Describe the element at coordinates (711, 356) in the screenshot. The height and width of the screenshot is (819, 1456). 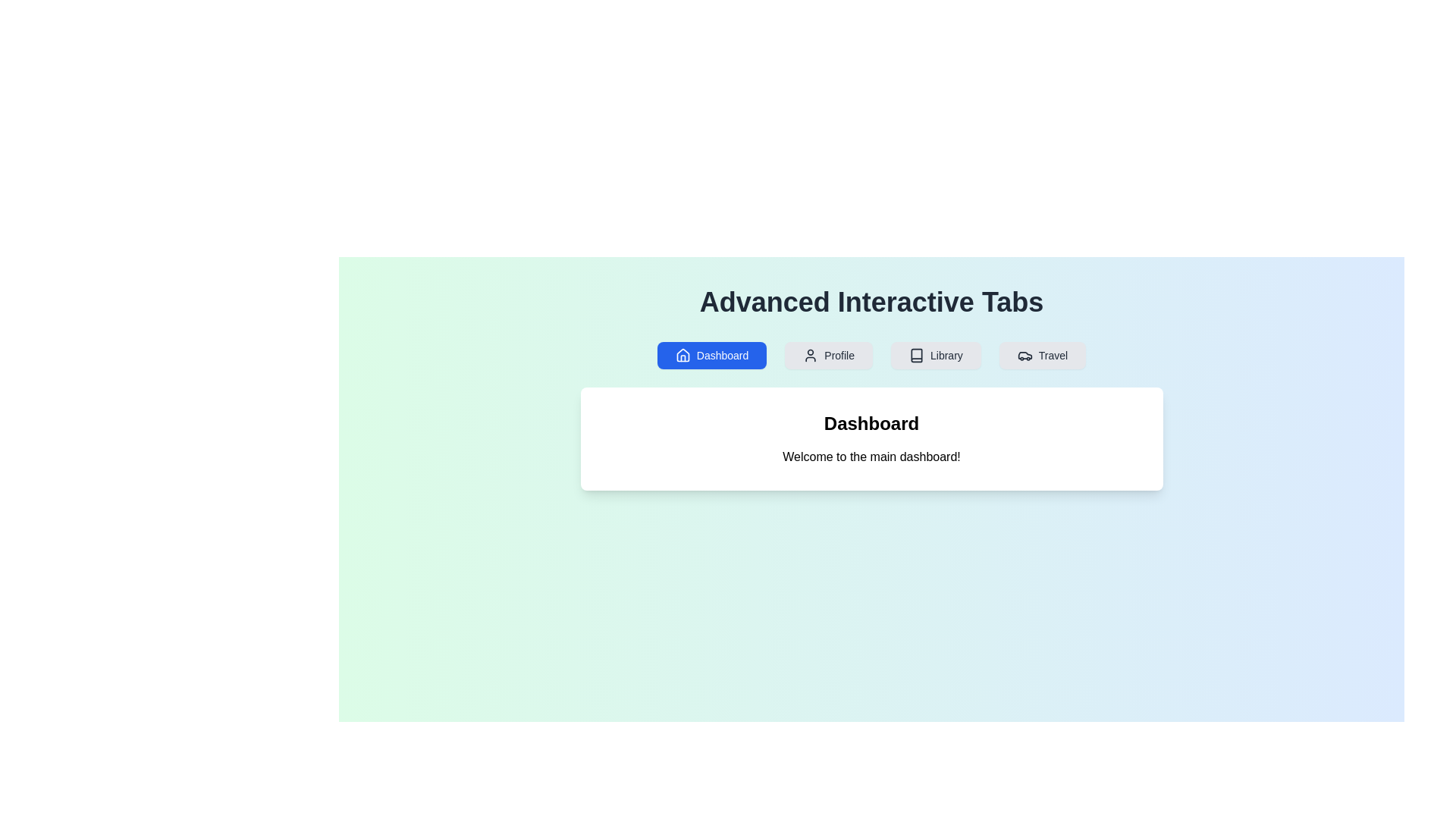
I see `the navigation button located in the top-center region of the interface, to the left of the 'Profile' button, to trigger a hover effect` at that location.